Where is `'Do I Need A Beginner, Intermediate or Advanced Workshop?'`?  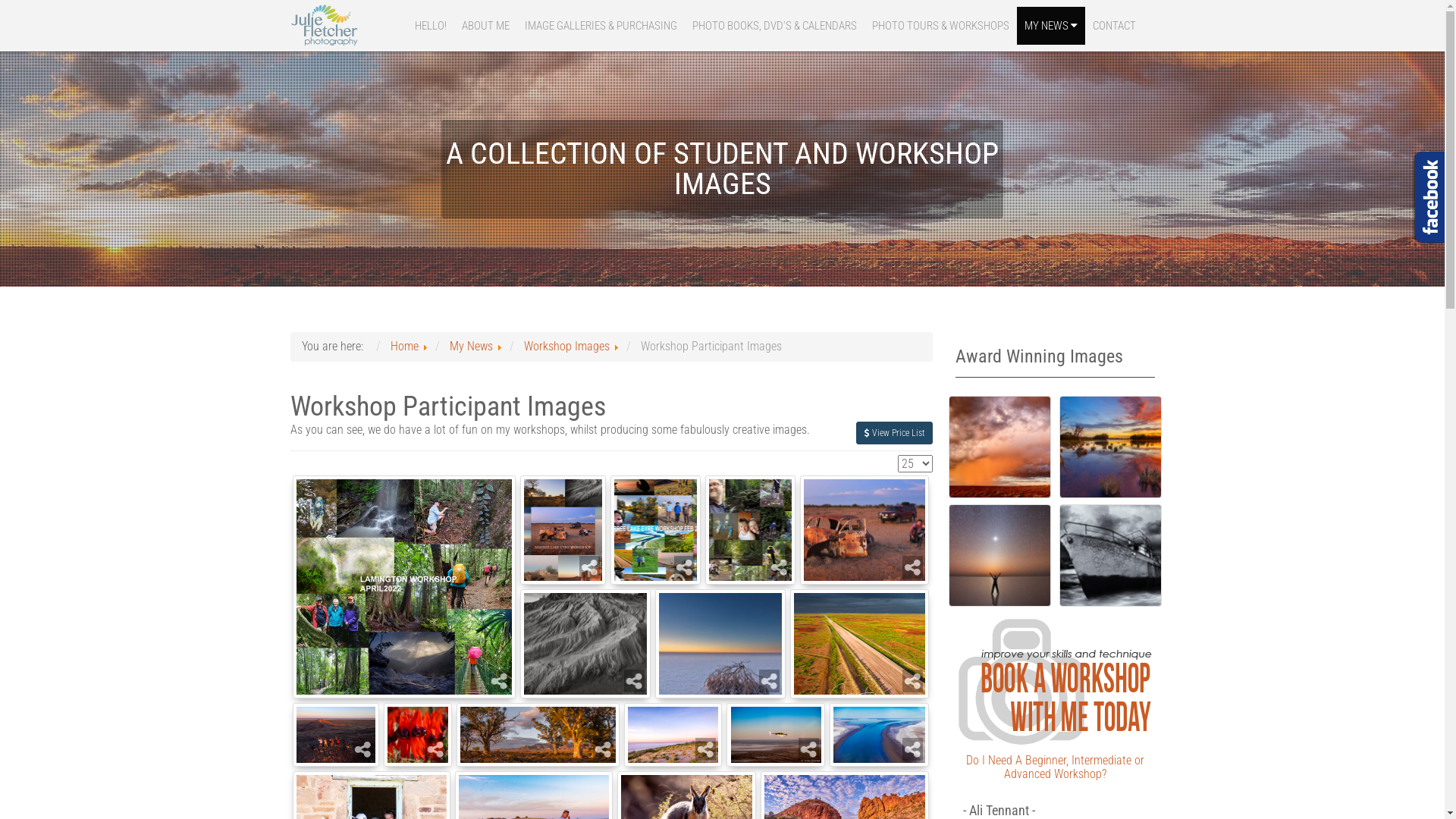 'Do I Need A Beginner, Intermediate or Advanced Workshop?' is located at coordinates (1054, 767).